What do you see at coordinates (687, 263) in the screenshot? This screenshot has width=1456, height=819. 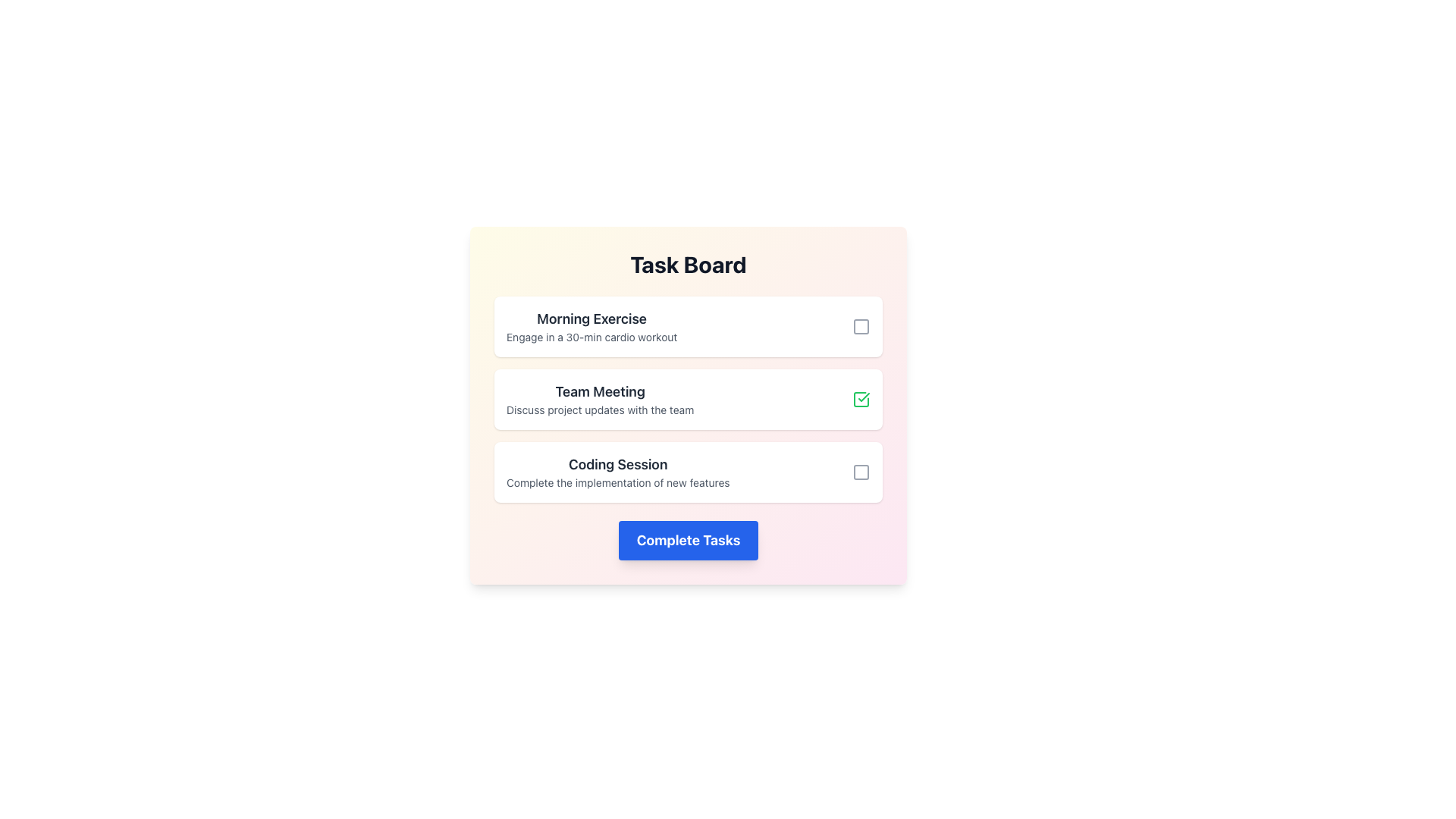 I see `the bold, large-sized heading text label 'Task Board'` at bounding box center [687, 263].